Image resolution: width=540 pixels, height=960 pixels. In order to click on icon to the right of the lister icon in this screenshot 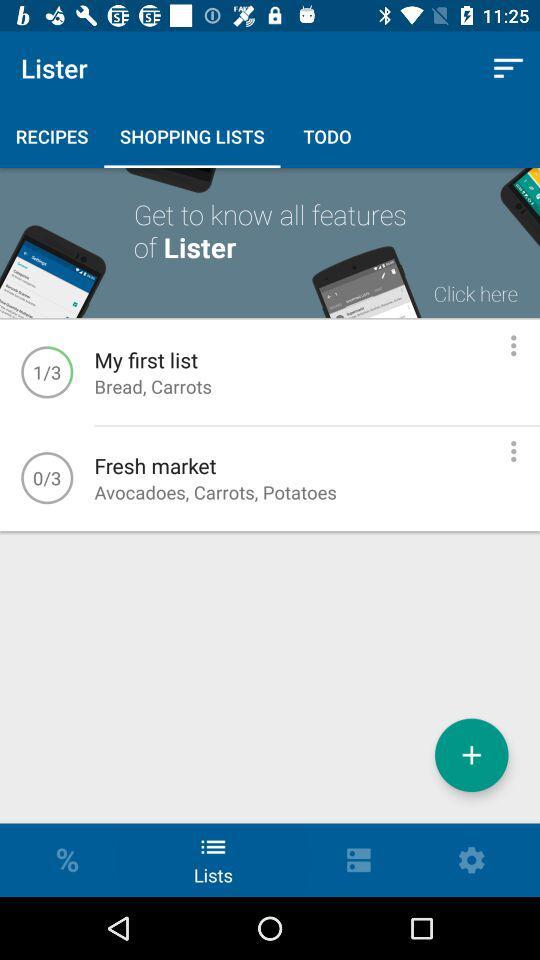, I will do `click(508, 68)`.